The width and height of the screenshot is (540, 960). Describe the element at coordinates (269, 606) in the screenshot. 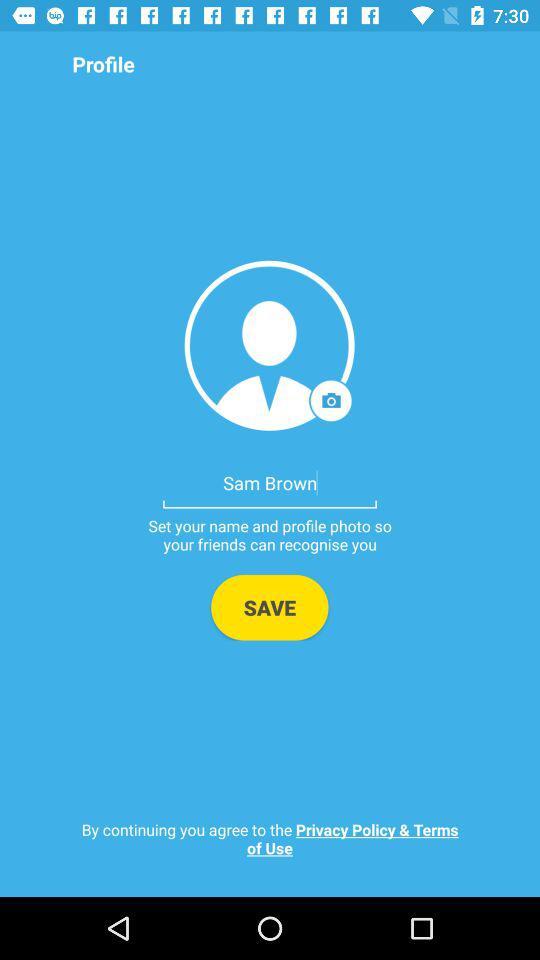

I see `the save item` at that location.